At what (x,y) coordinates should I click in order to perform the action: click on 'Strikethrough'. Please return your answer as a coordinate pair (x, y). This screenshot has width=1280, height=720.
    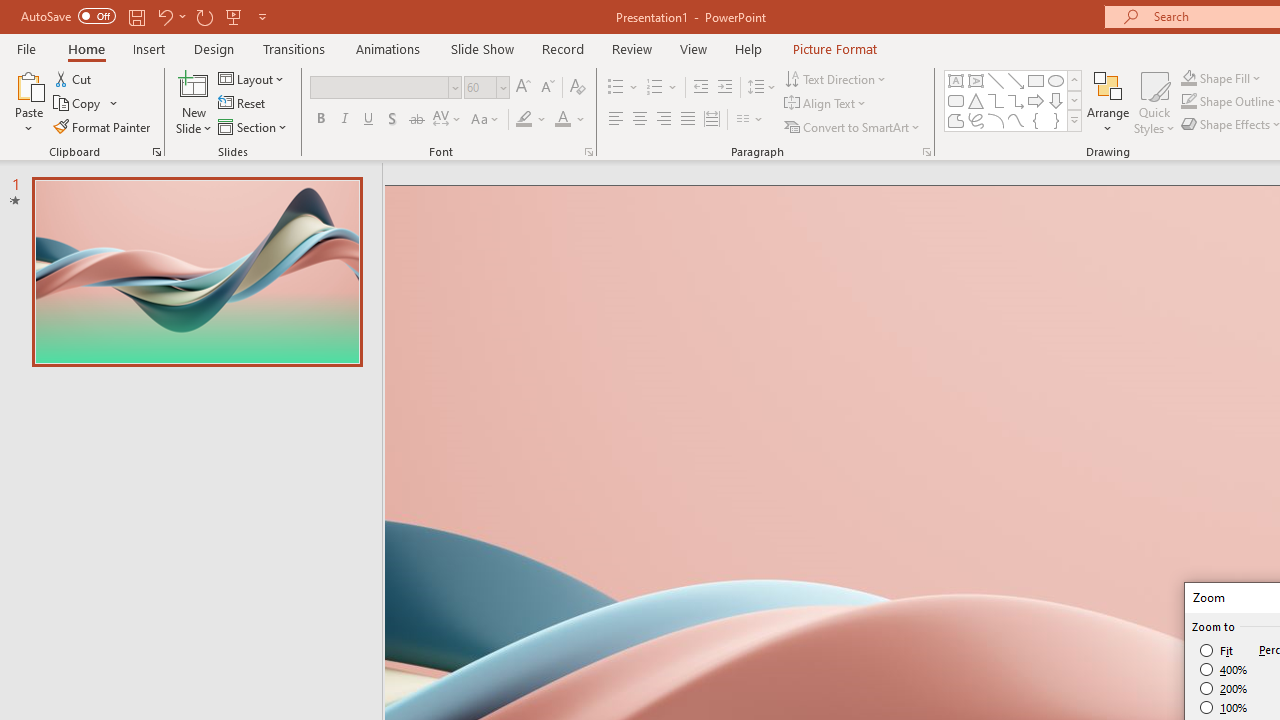
    Looking at the image, I should click on (415, 119).